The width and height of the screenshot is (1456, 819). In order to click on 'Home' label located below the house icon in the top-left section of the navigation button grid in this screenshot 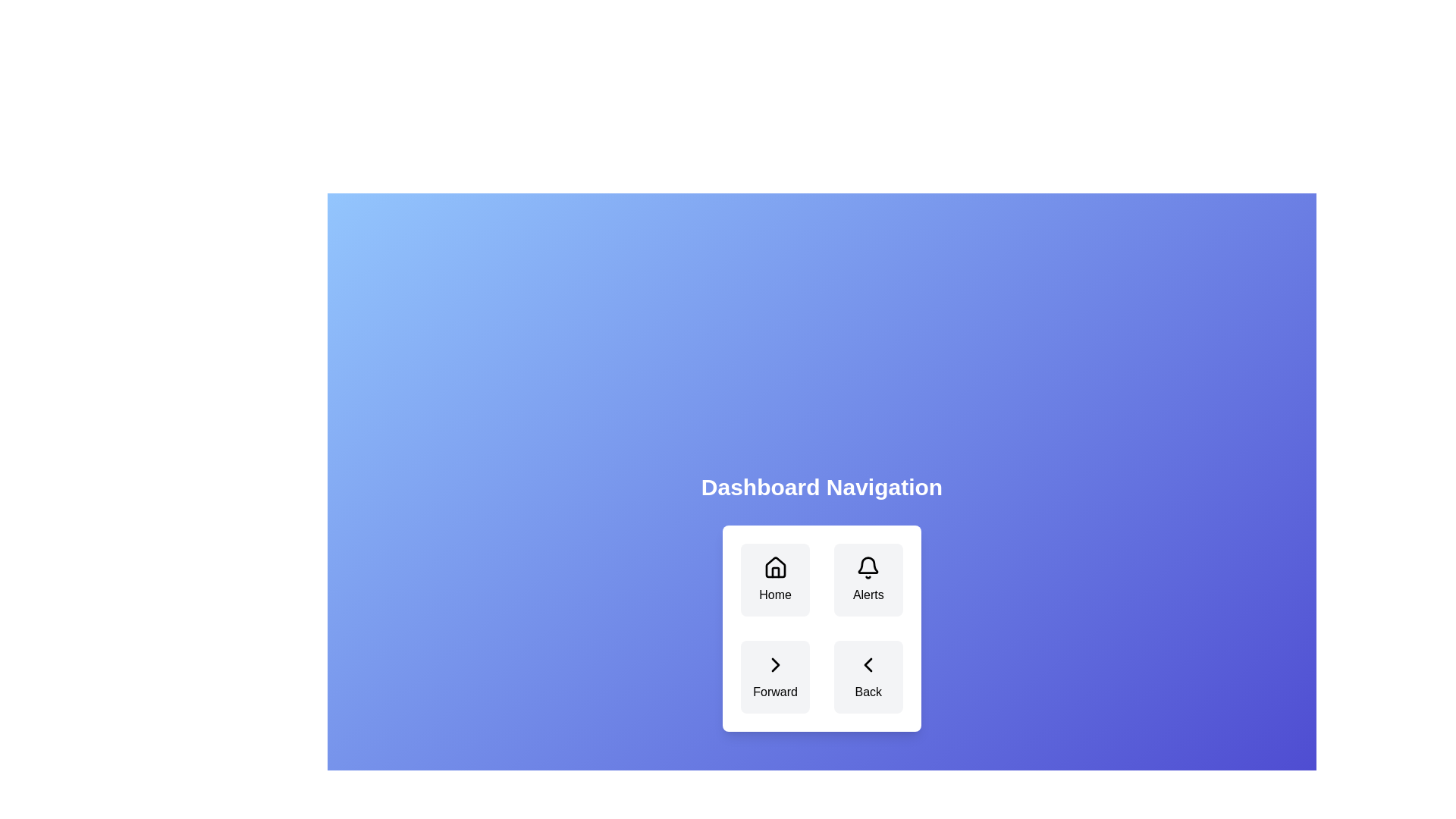, I will do `click(775, 595)`.